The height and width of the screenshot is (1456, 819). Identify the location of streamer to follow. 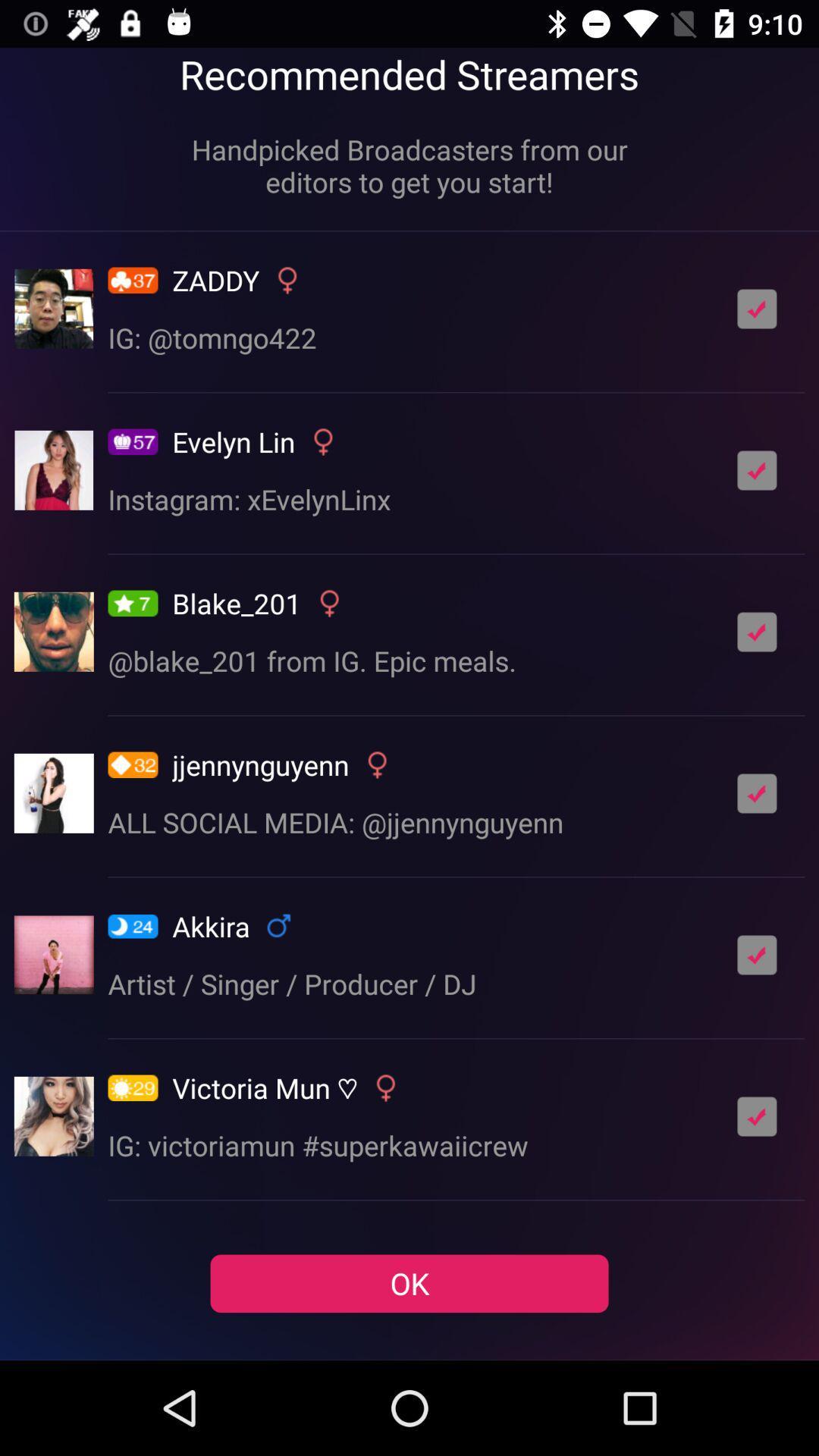
(757, 792).